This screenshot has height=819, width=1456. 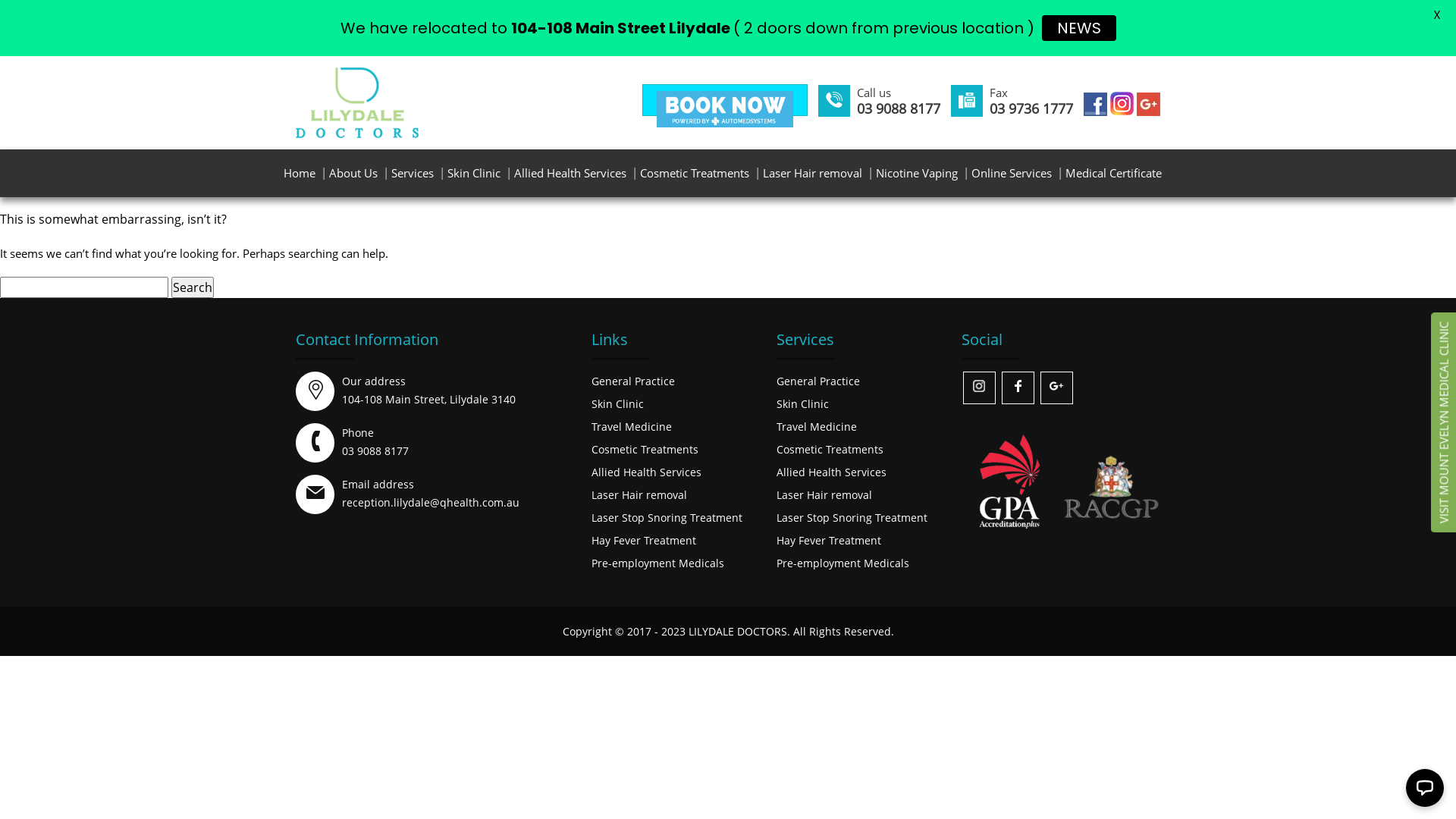 I want to click on 'Email address, so click(x=341, y=493).